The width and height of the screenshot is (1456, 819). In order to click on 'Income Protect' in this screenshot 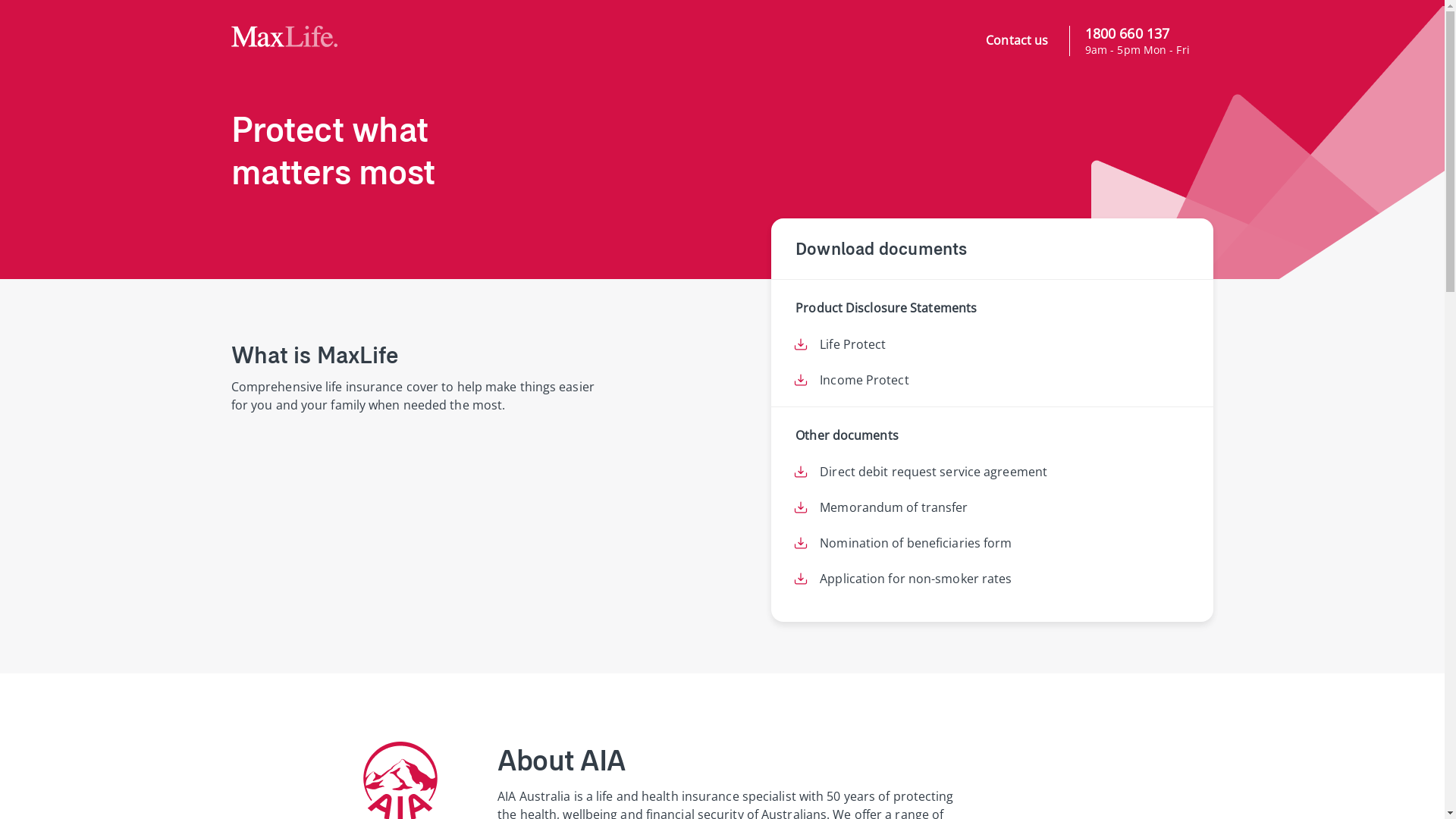, I will do `click(864, 379)`.